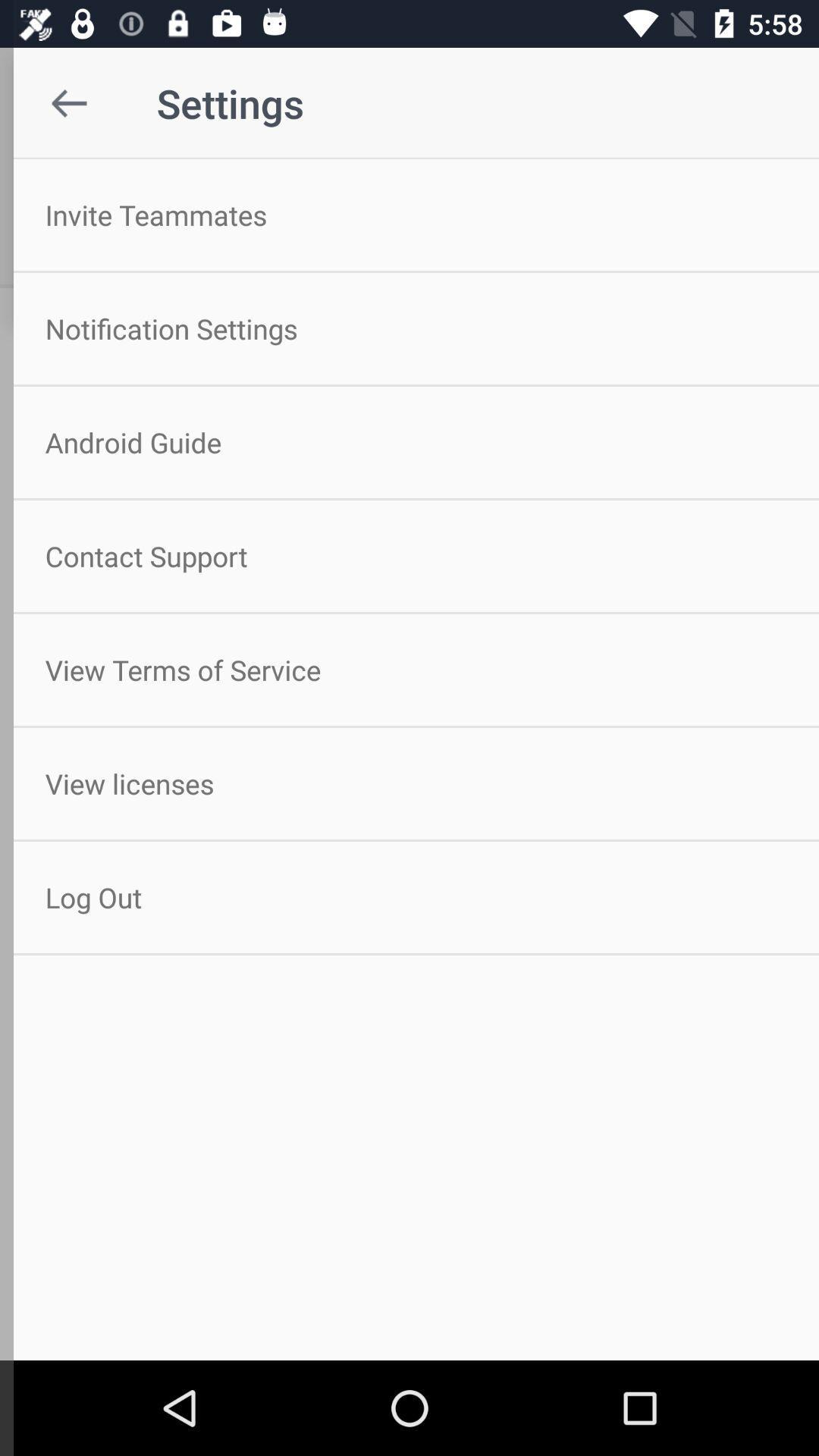  What do you see at coordinates (409, 441) in the screenshot?
I see `android guide item` at bounding box center [409, 441].